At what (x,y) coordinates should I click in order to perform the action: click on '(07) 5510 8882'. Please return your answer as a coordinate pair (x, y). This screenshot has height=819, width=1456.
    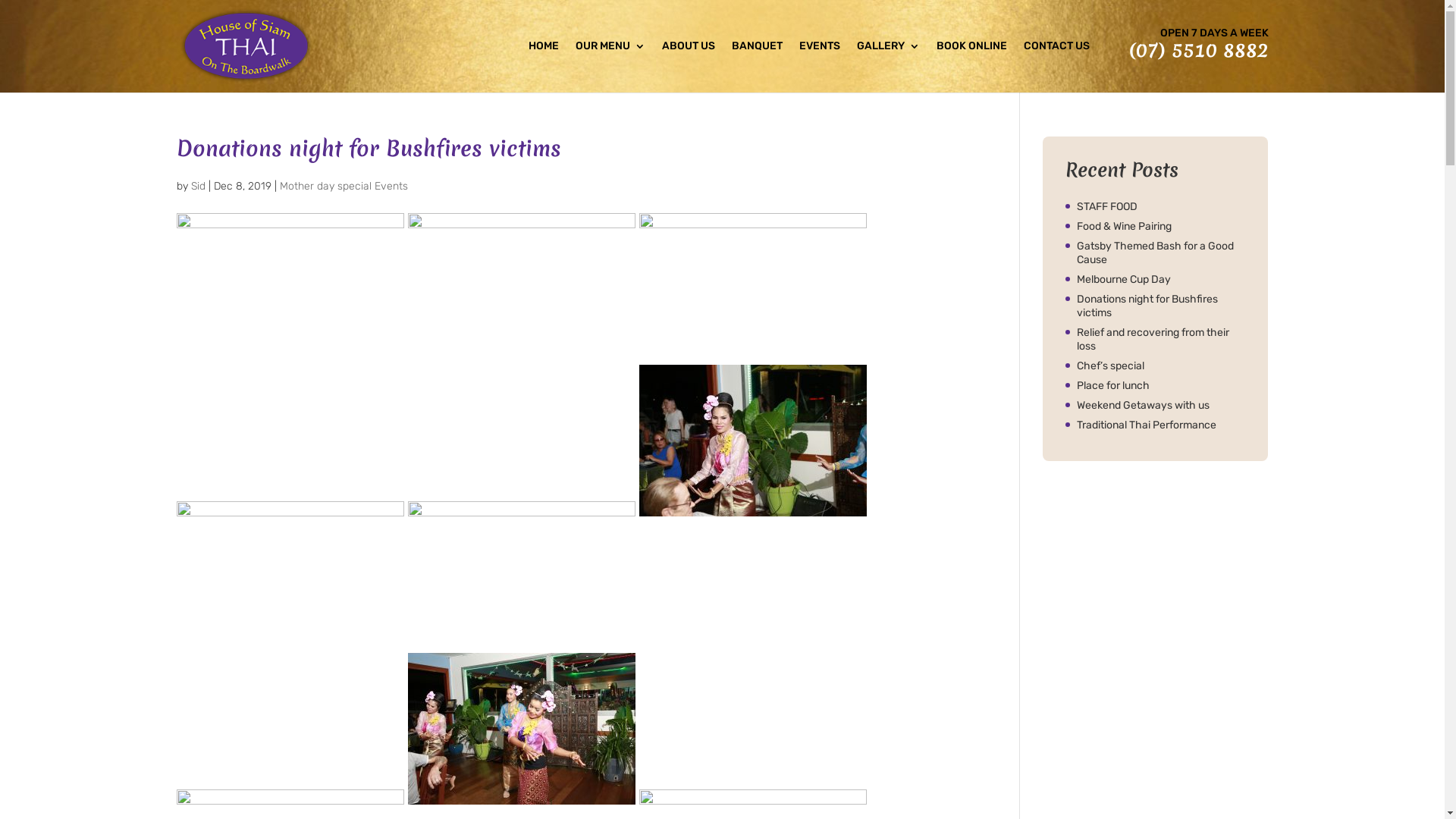
    Looking at the image, I should click on (1197, 49).